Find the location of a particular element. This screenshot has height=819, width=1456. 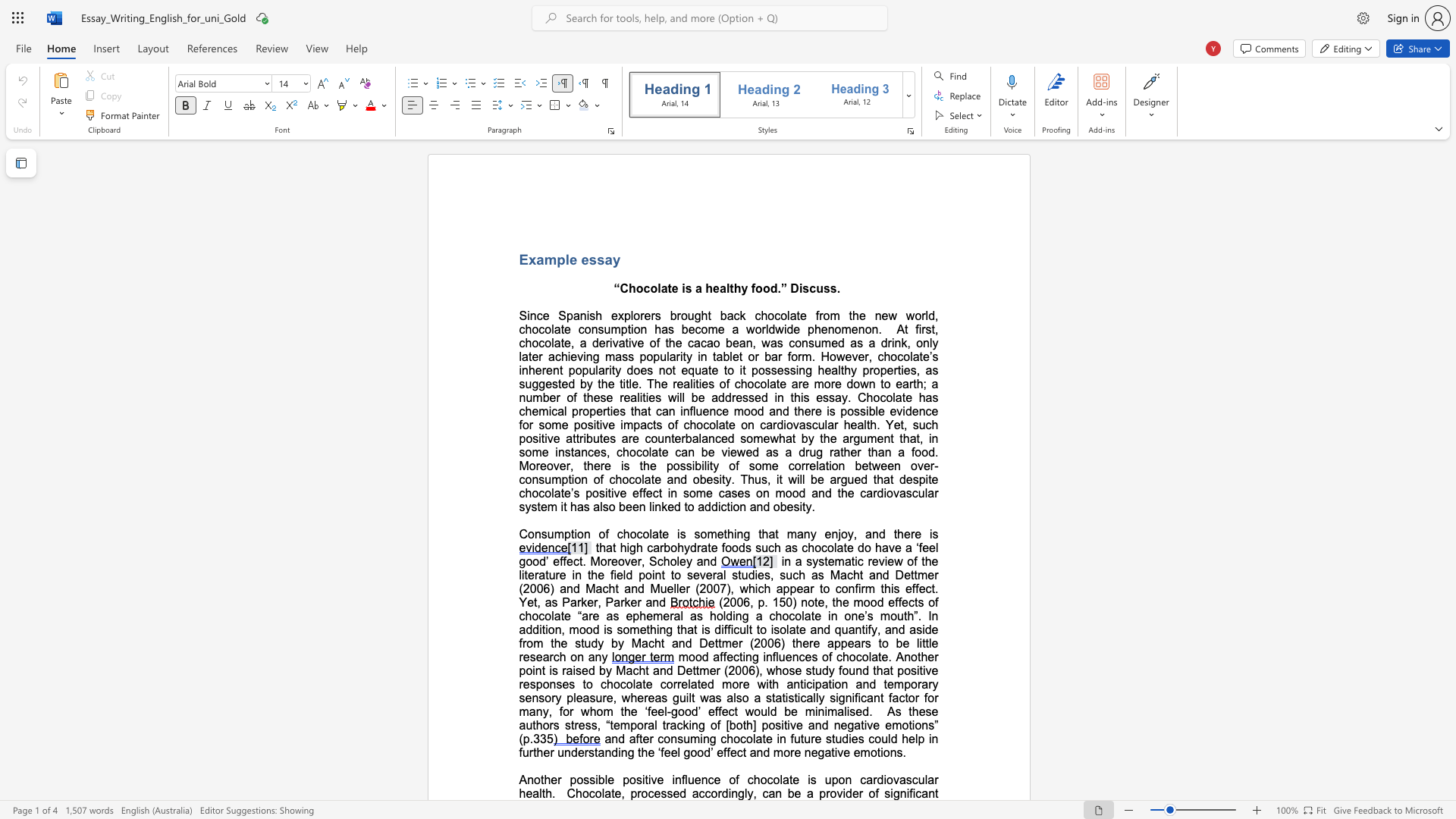

the subset text "e evidence" within the text "possible evidence" is located at coordinates (878, 411).